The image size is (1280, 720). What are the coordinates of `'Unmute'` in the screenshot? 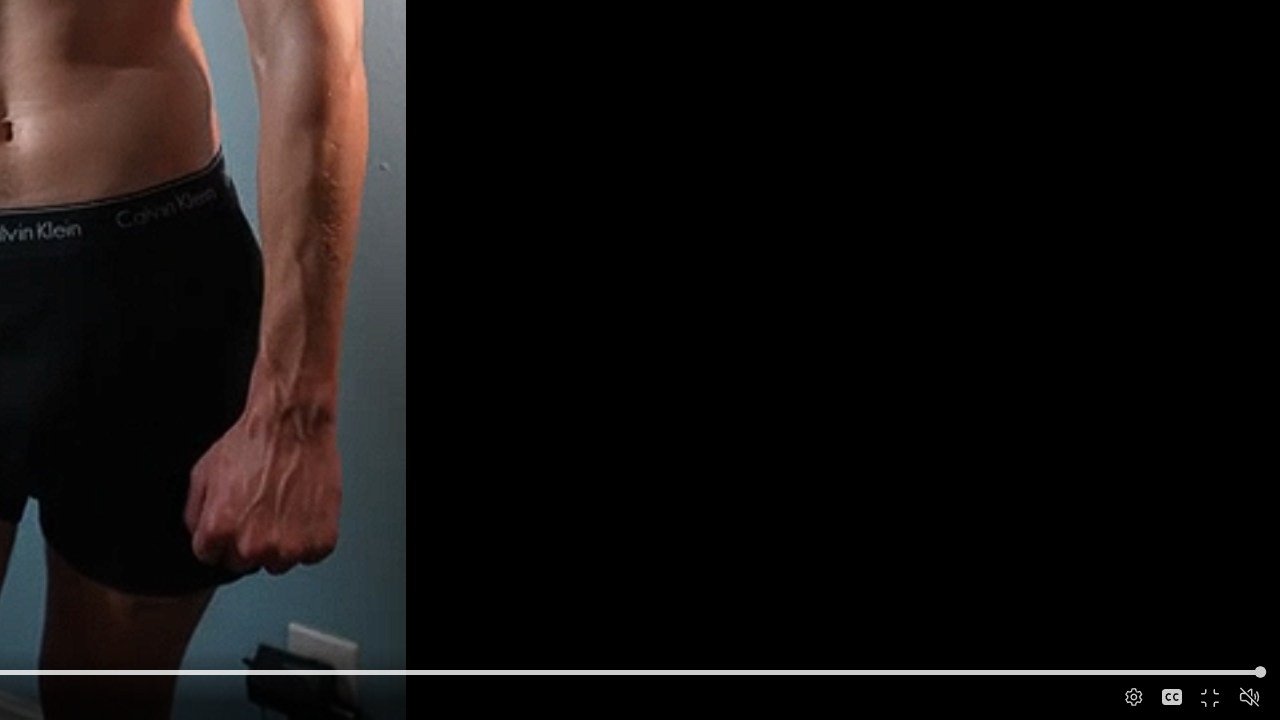 It's located at (1248, 695).